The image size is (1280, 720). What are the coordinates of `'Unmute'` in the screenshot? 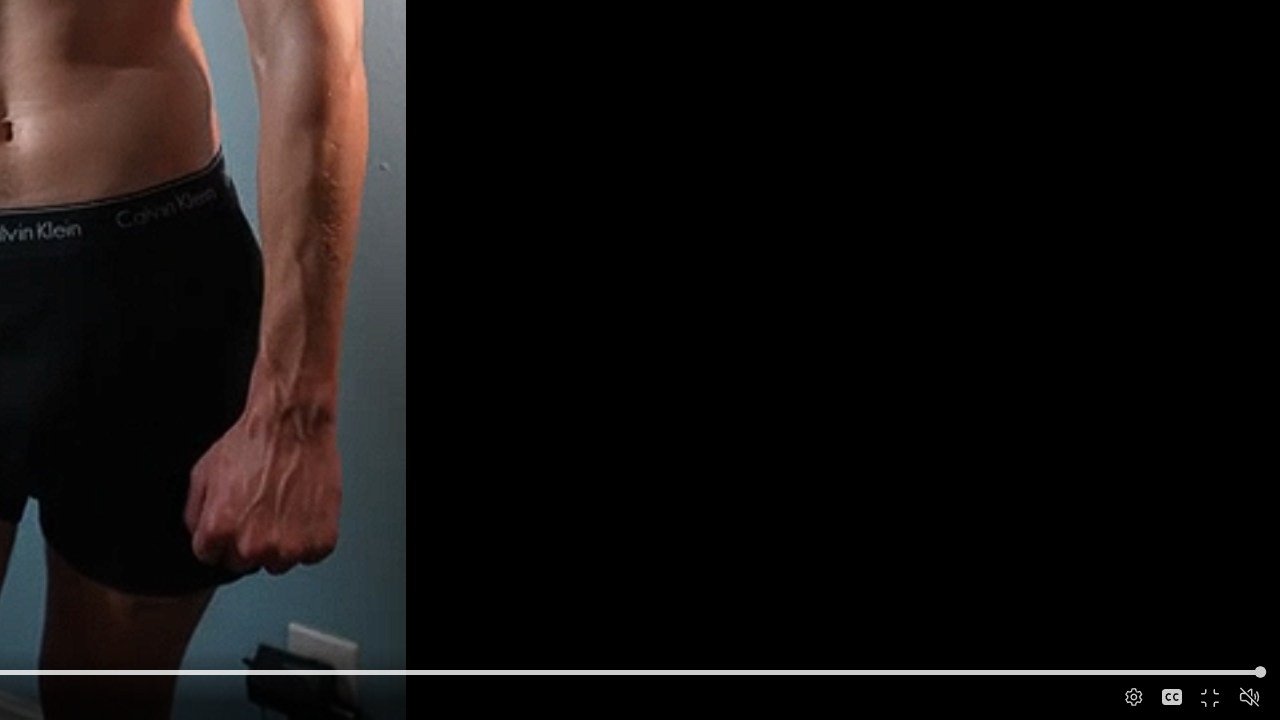 It's located at (1248, 695).